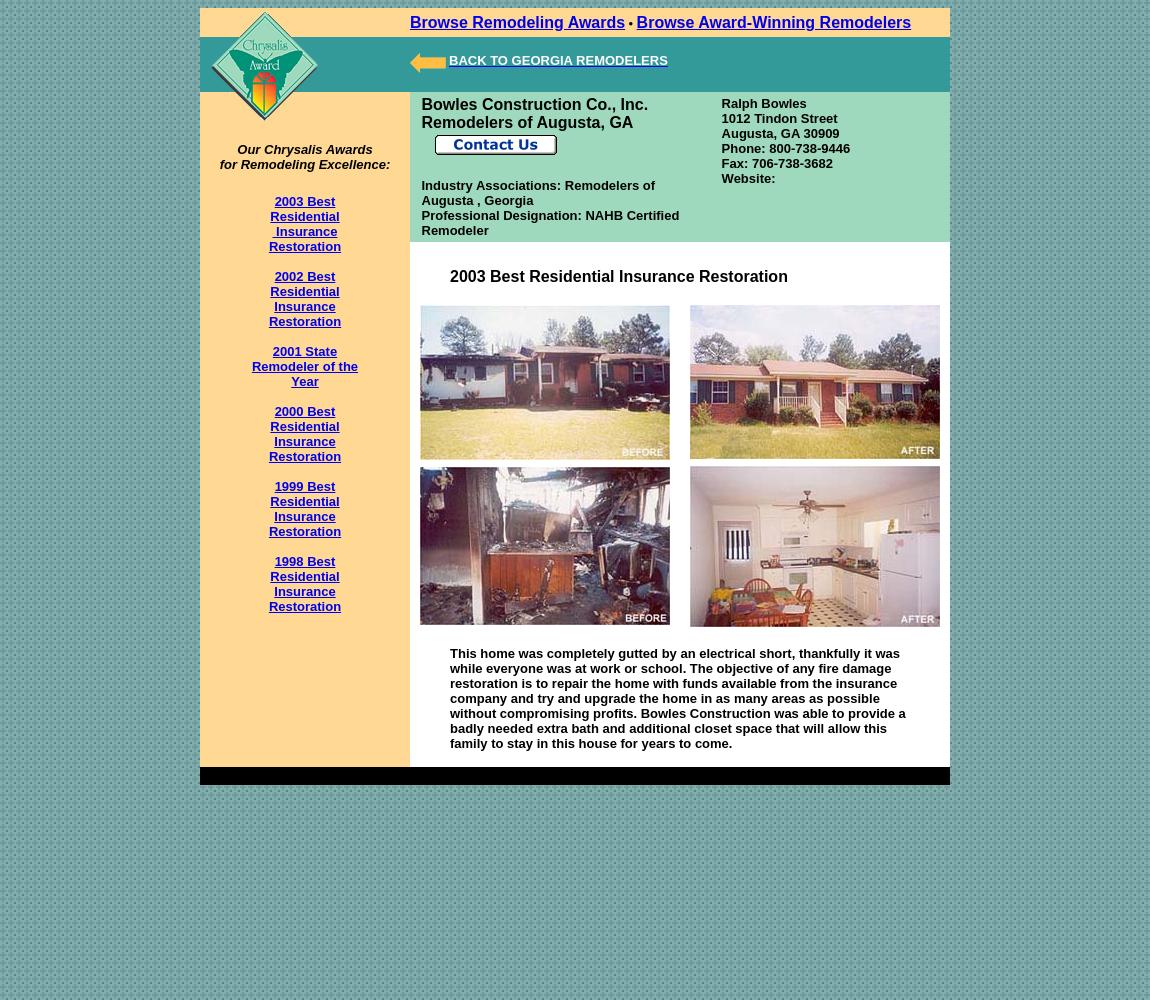 This screenshot has height=1000, width=1150. What do you see at coordinates (269, 283) in the screenshot?
I see `'2002 Best Residential'` at bounding box center [269, 283].